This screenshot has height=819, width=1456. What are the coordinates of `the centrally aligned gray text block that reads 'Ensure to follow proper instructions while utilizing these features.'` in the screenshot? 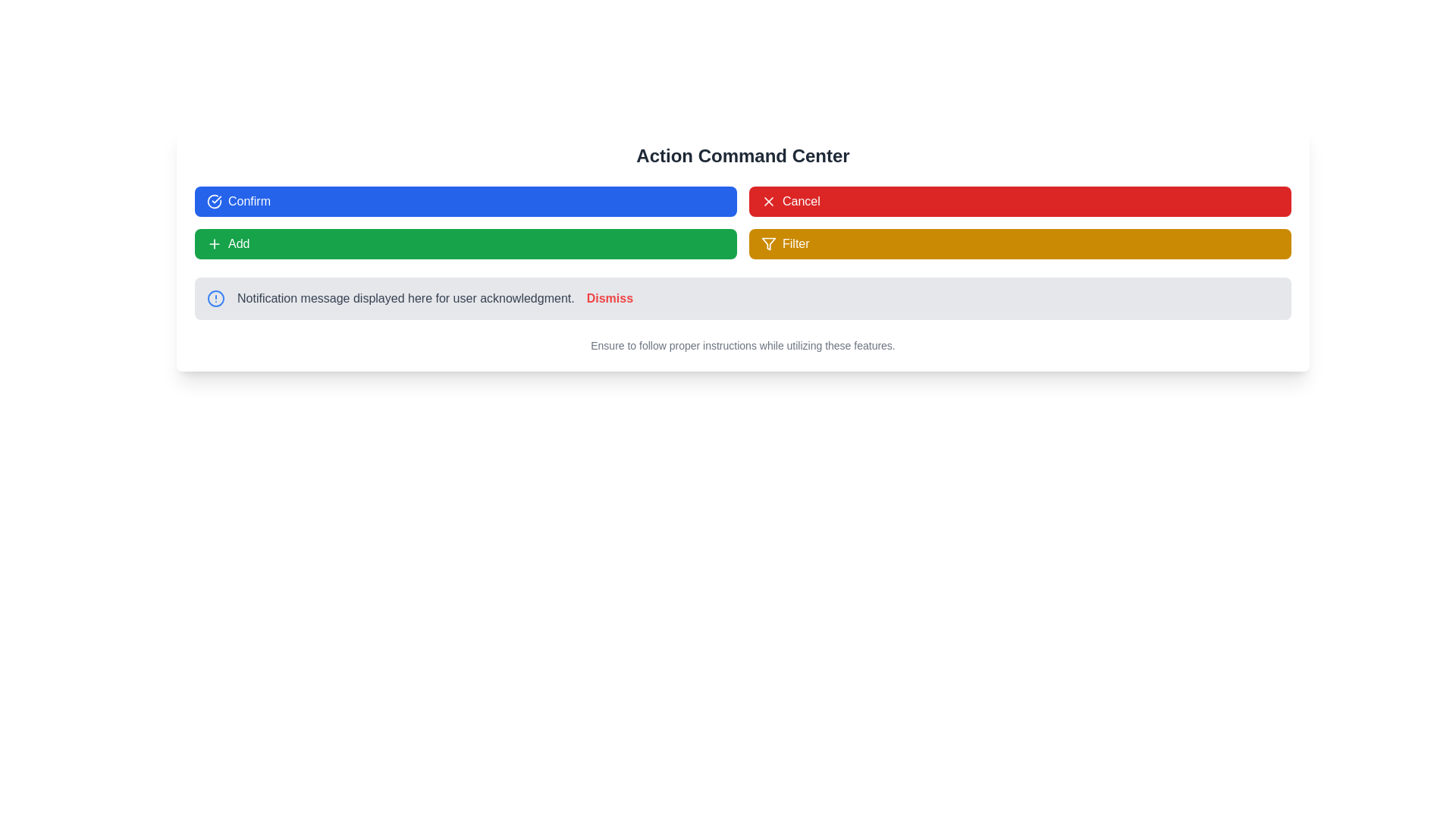 It's located at (742, 345).